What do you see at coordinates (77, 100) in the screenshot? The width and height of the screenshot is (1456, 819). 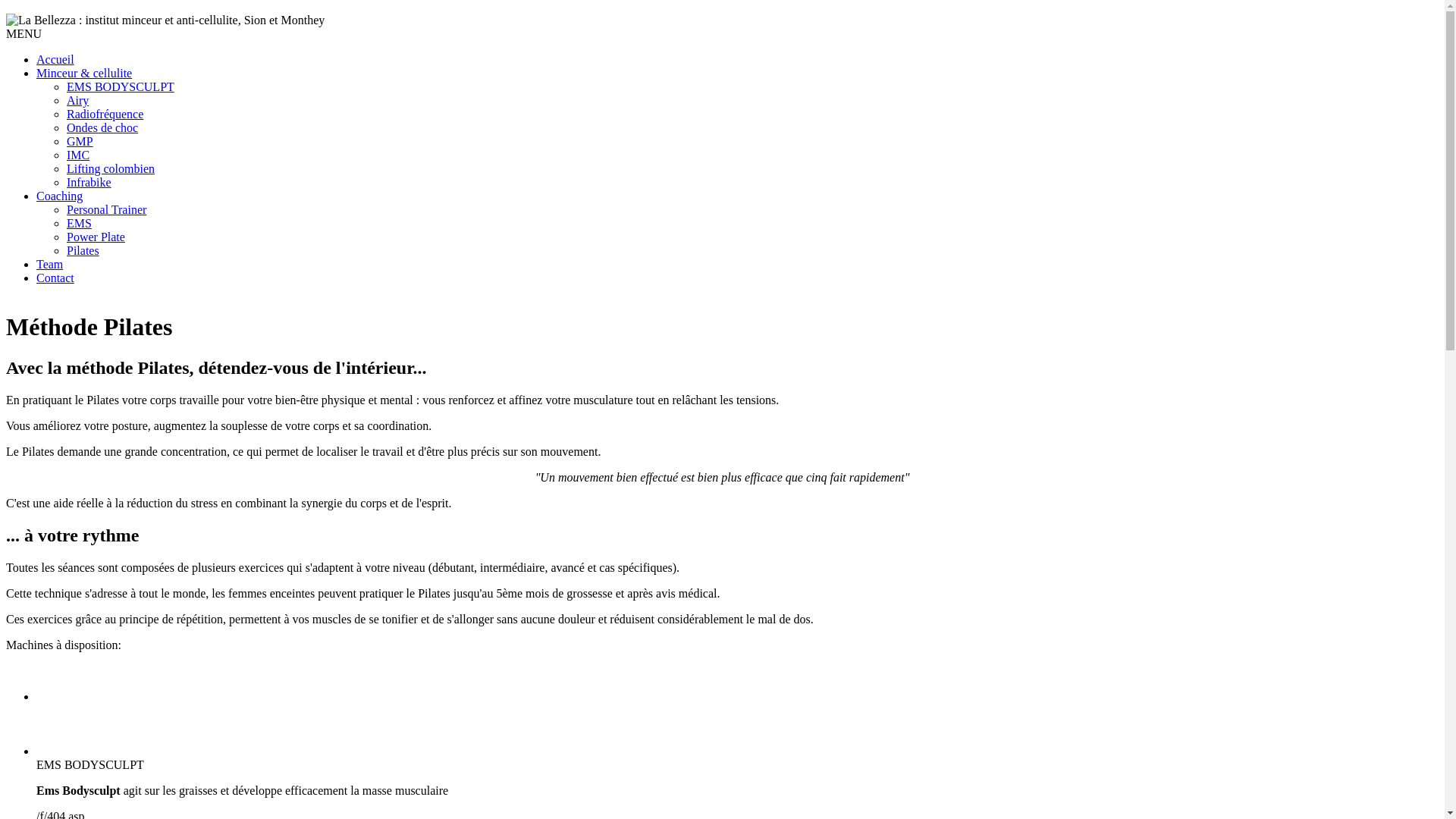 I see `'Airy'` at bounding box center [77, 100].